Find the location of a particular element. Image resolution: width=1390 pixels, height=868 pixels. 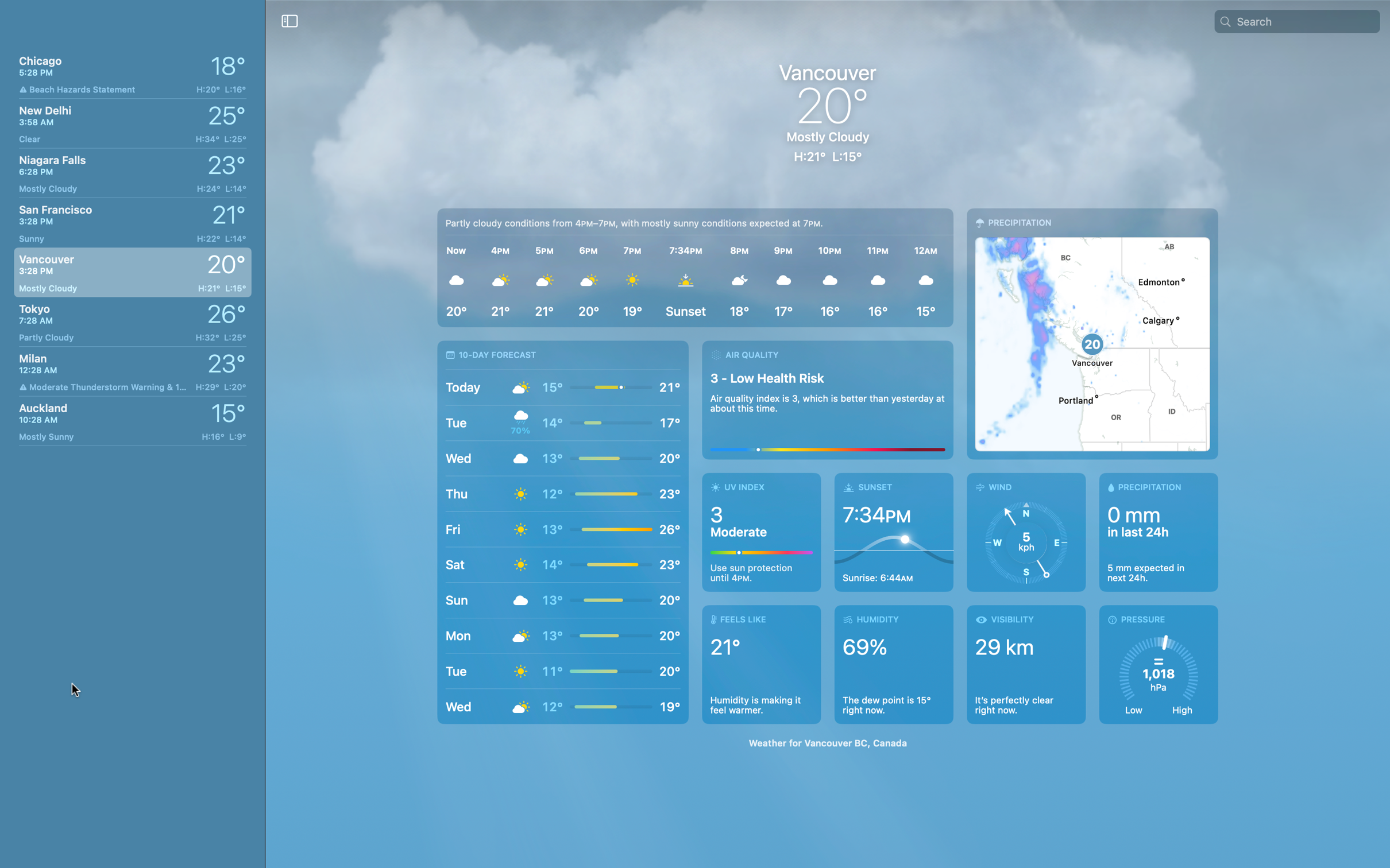

the moisture levels in Vancouver is located at coordinates (1155, 533).